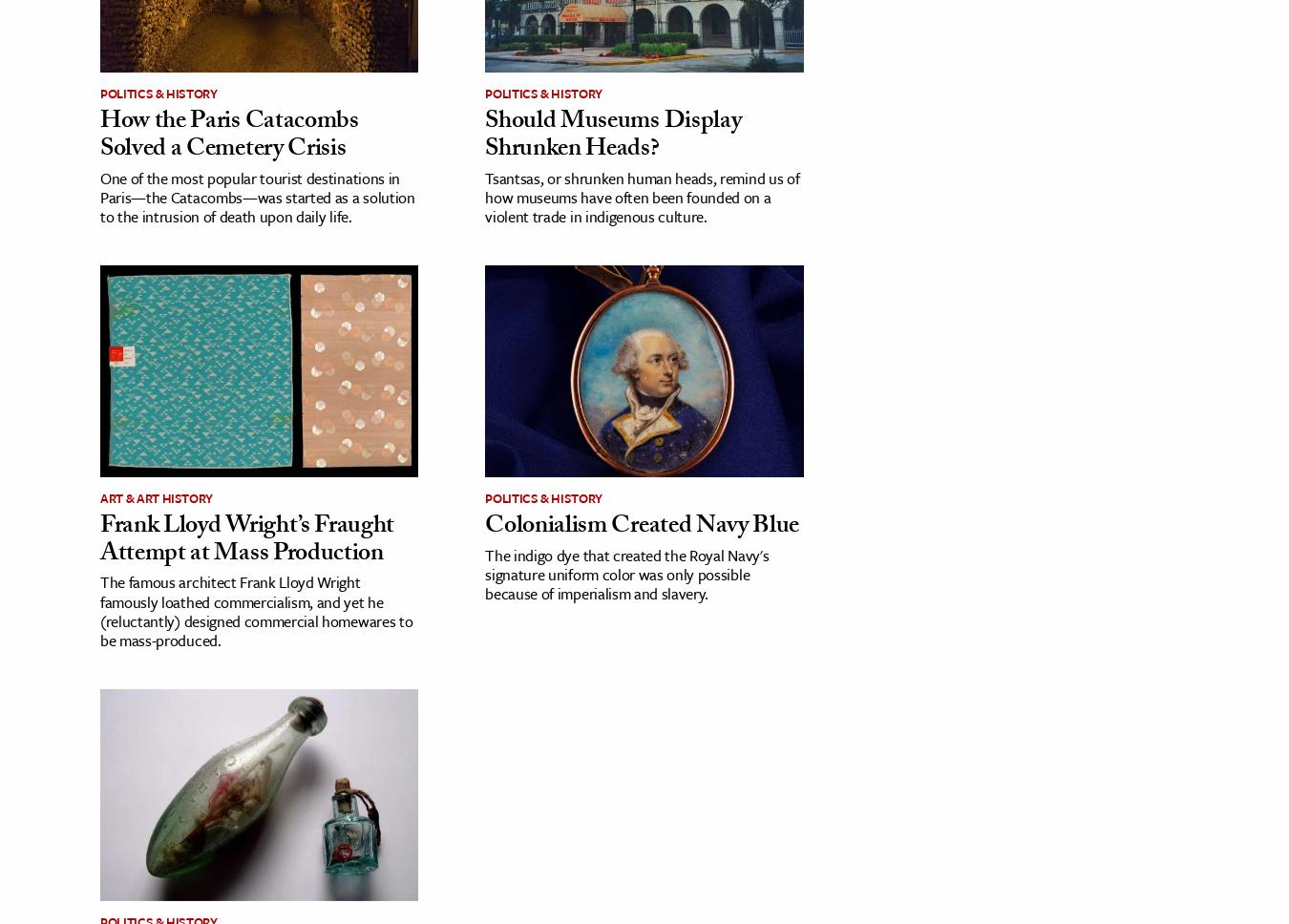 Image resolution: width=1289 pixels, height=924 pixels. What do you see at coordinates (626, 574) in the screenshot?
I see `'The indigo dye that created the Royal Navy's signature uniform color was only possible because of imperialism and slavery.'` at bounding box center [626, 574].